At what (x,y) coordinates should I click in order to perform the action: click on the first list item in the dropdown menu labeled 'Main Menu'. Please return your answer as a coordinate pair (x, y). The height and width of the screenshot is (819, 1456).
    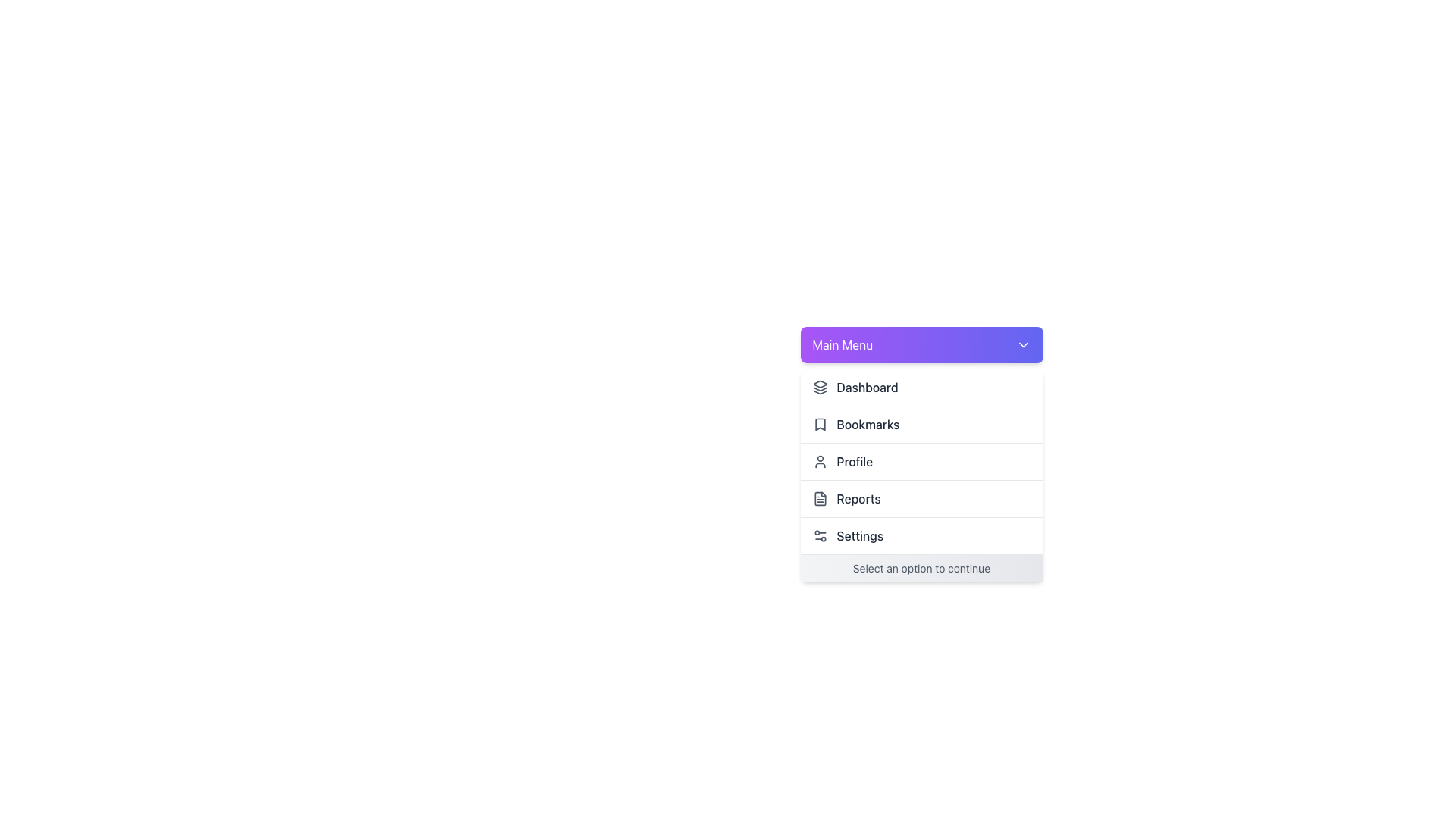
    Looking at the image, I should click on (921, 386).